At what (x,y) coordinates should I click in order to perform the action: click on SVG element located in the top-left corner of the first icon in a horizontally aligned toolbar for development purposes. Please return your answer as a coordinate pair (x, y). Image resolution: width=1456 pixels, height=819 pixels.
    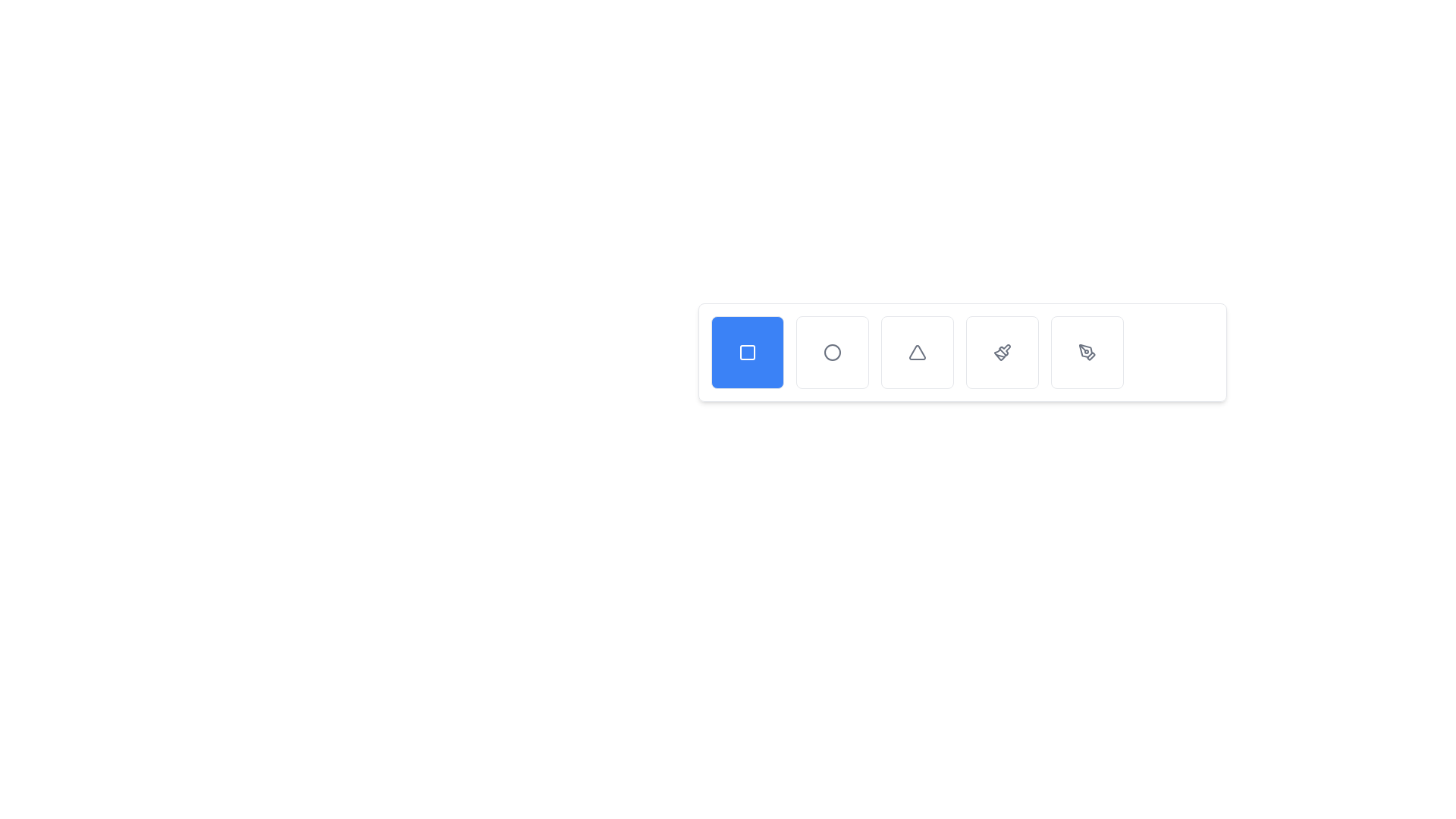
    Looking at the image, I should click on (747, 353).